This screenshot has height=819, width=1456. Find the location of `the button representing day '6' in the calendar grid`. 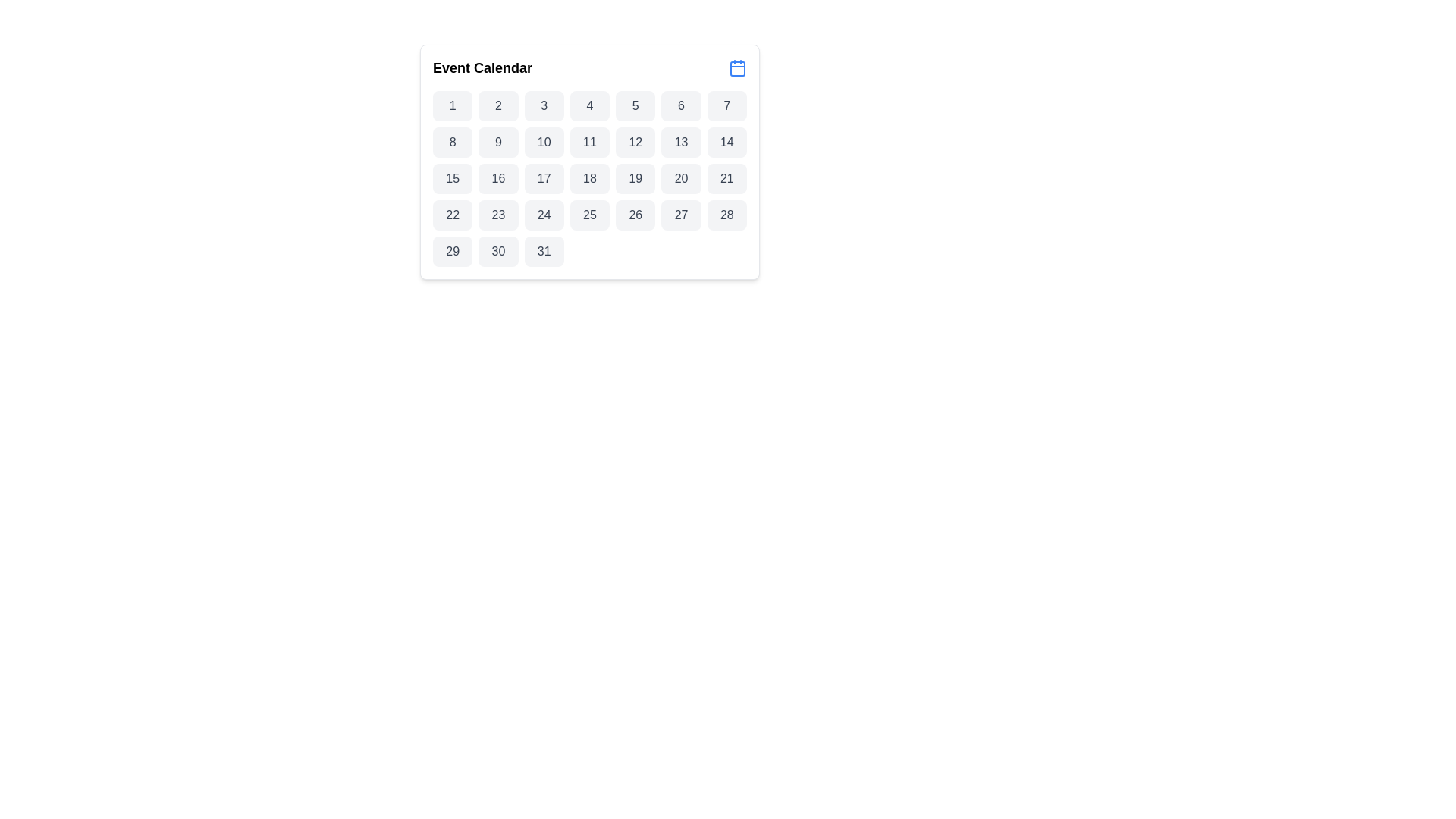

the button representing day '6' in the calendar grid is located at coordinates (680, 105).